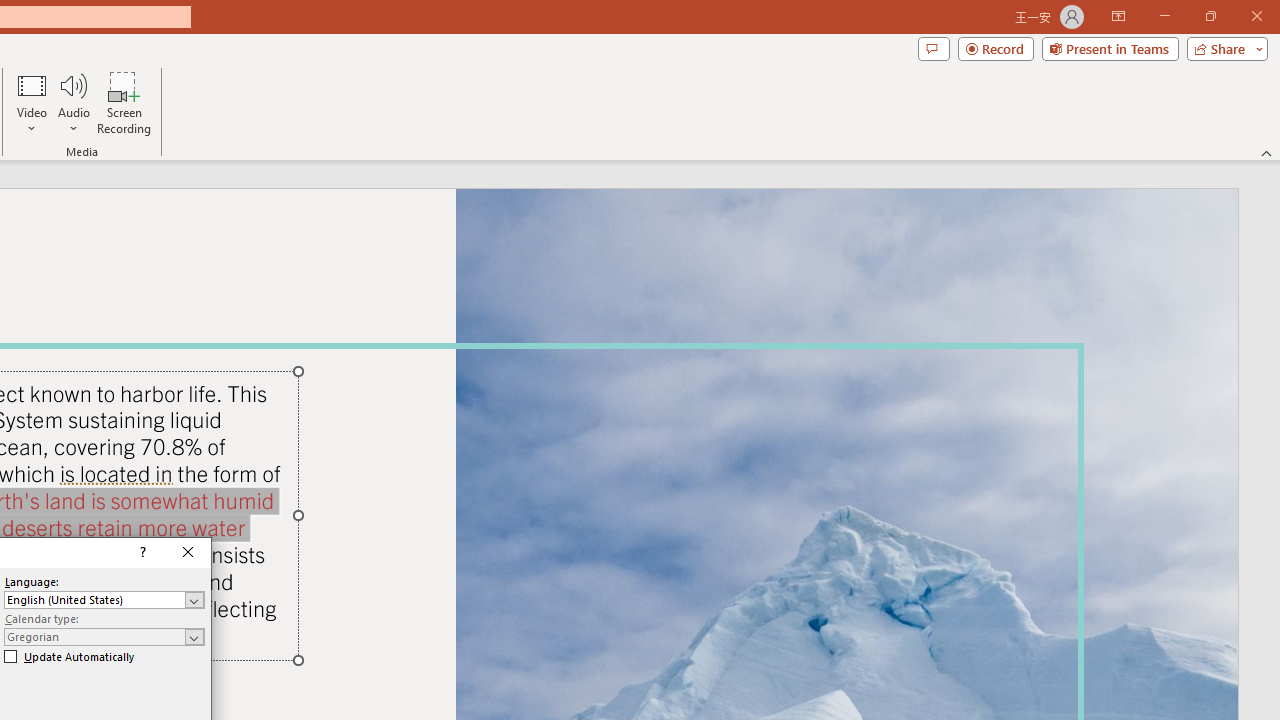 The image size is (1280, 720). Describe the element at coordinates (1222, 47) in the screenshot. I see `'Share'` at that location.